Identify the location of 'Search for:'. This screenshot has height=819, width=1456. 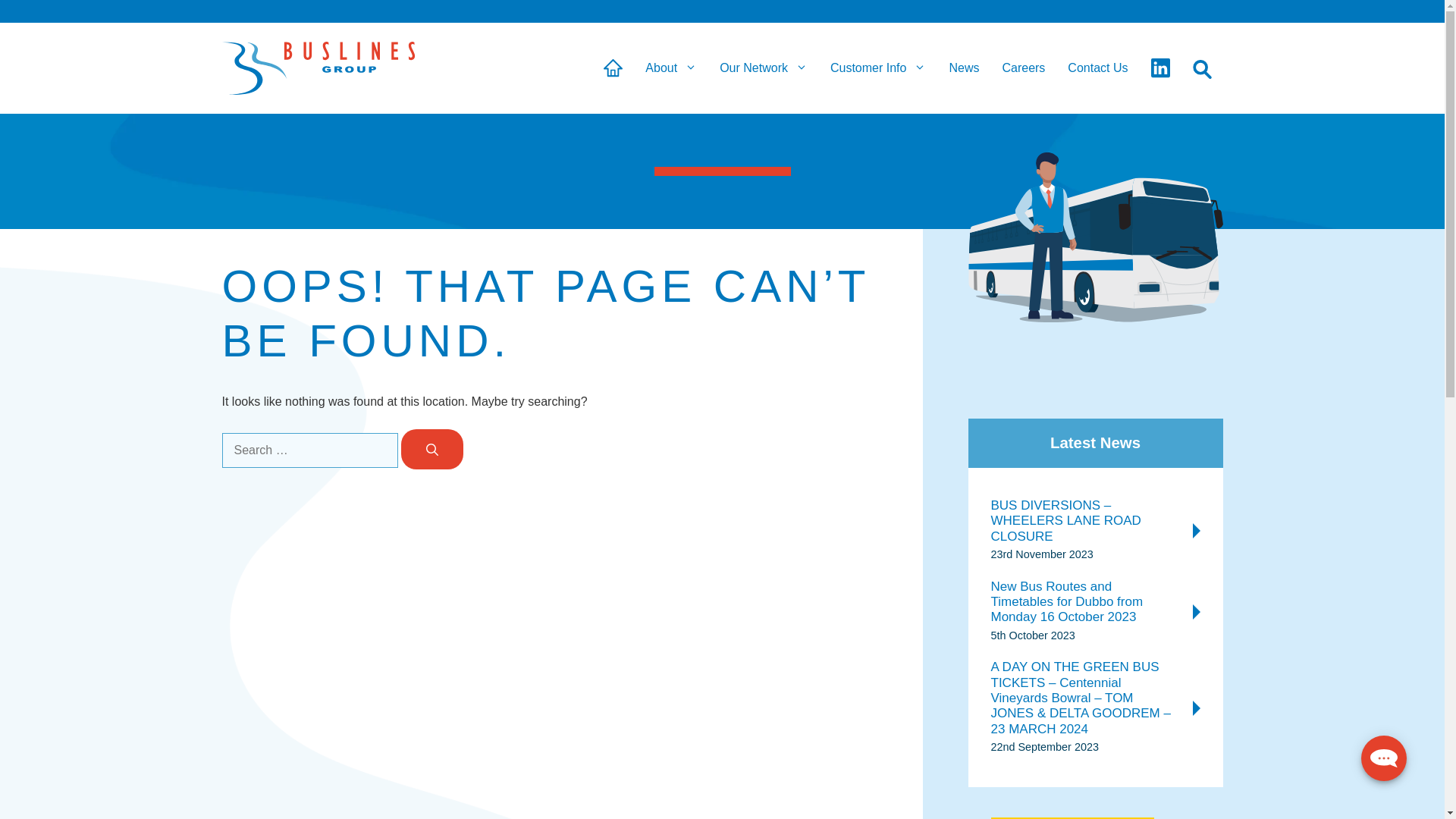
(221, 450).